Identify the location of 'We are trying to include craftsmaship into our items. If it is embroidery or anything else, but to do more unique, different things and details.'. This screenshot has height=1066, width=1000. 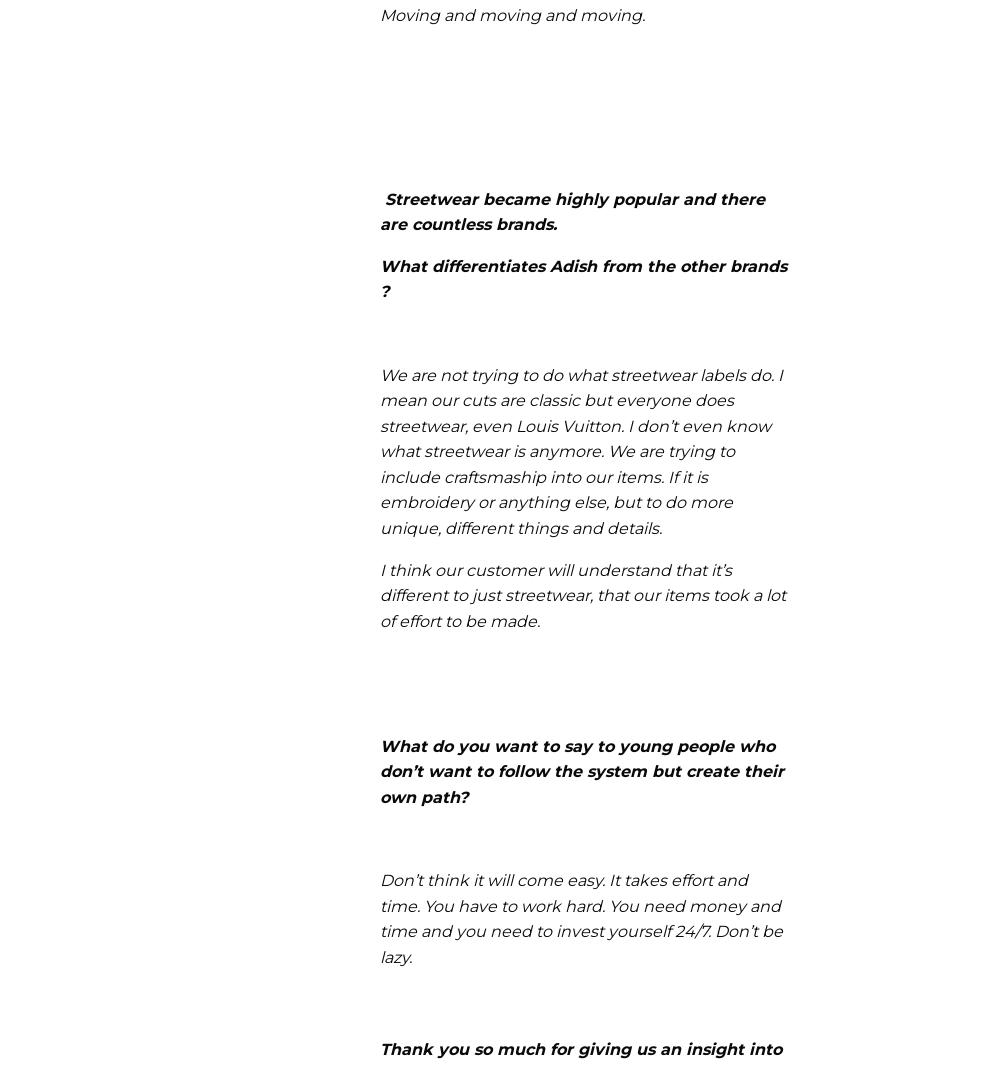
(557, 490).